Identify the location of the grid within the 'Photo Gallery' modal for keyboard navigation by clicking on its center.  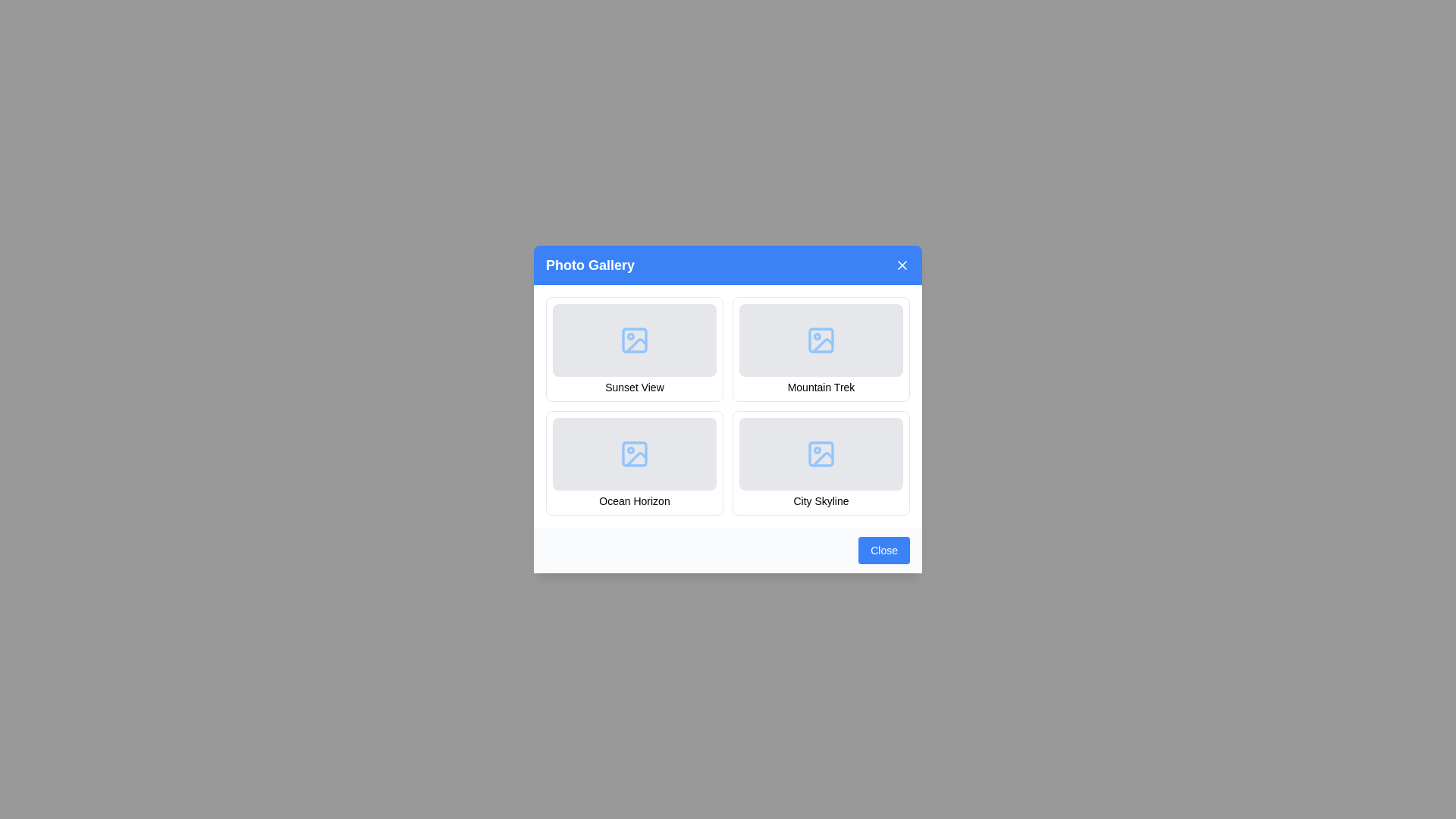
(728, 406).